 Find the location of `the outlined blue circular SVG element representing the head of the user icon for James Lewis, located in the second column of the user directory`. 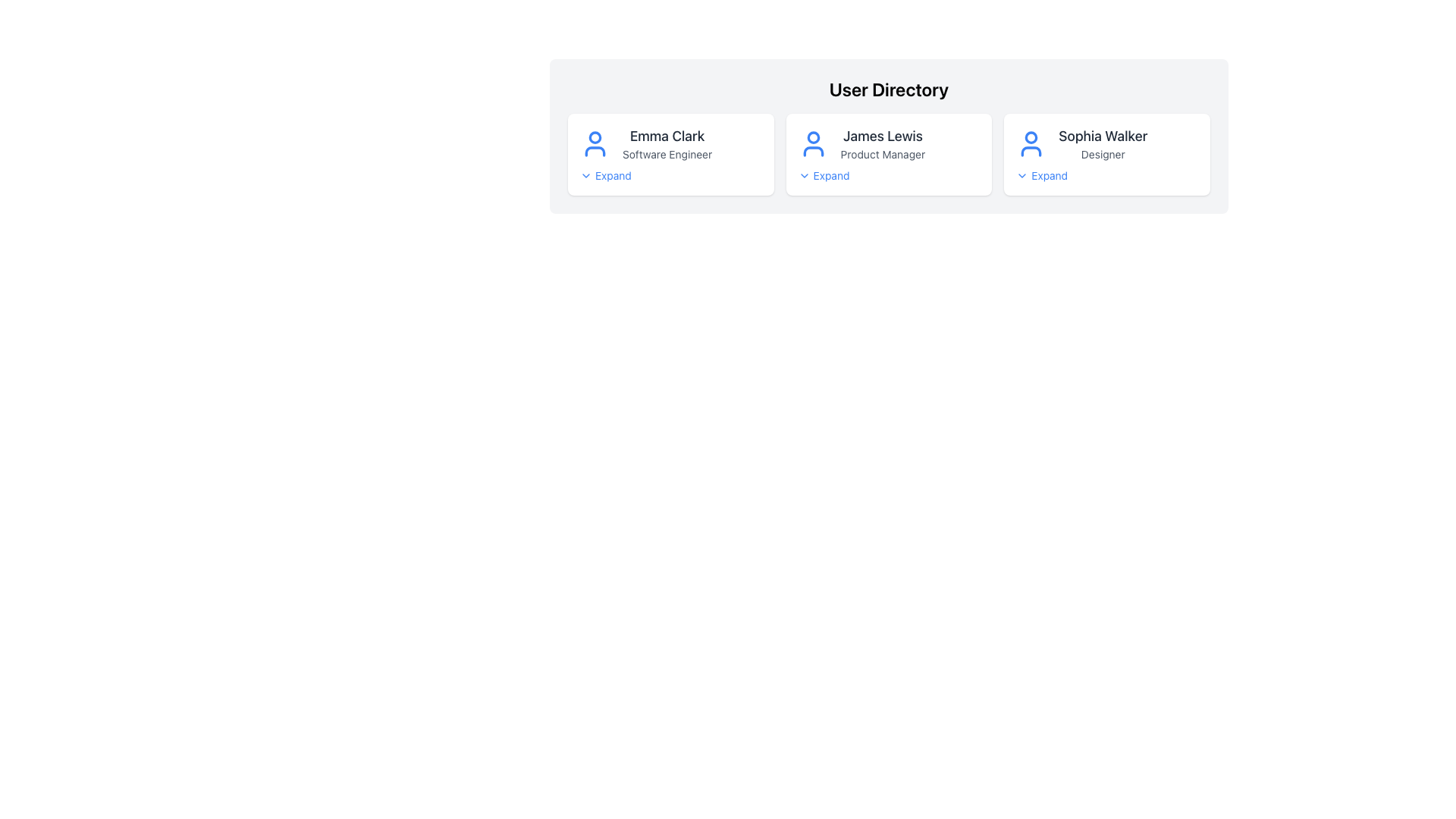

the outlined blue circular SVG element representing the head of the user icon for James Lewis, located in the second column of the user directory is located at coordinates (812, 137).